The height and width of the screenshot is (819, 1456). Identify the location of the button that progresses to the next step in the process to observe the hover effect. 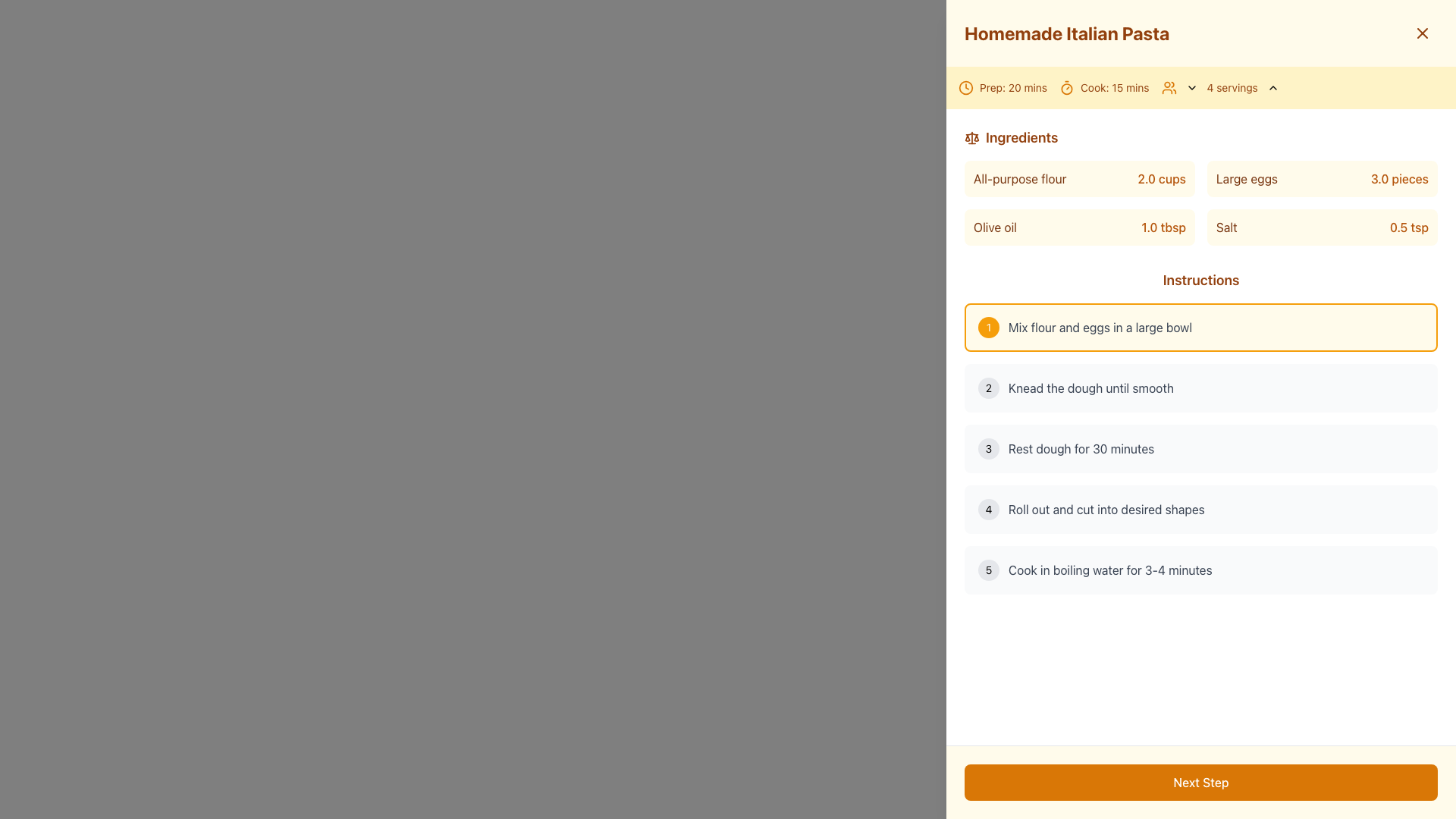
(1200, 783).